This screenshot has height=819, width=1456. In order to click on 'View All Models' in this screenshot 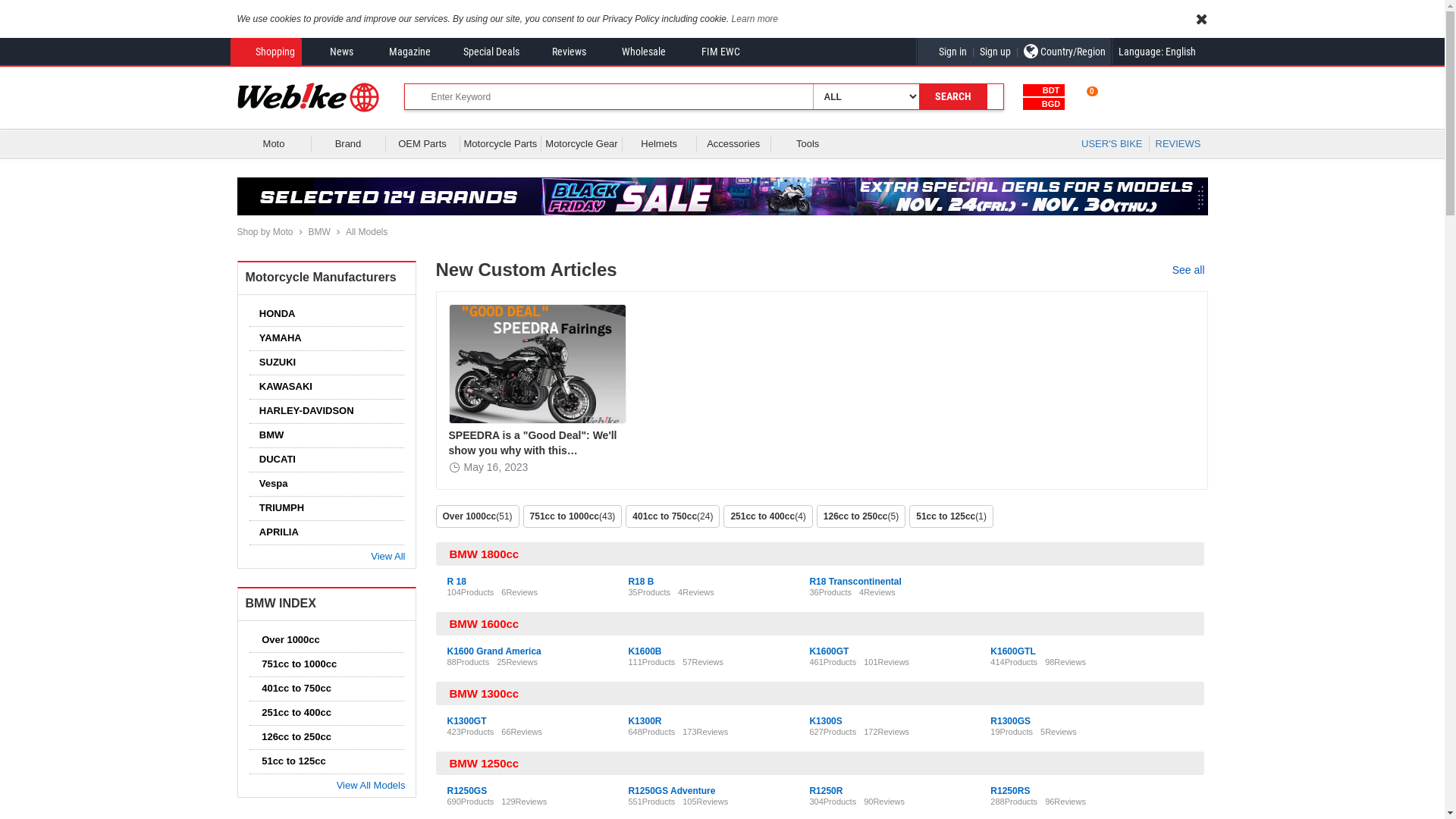, I will do `click(369, 785)`.